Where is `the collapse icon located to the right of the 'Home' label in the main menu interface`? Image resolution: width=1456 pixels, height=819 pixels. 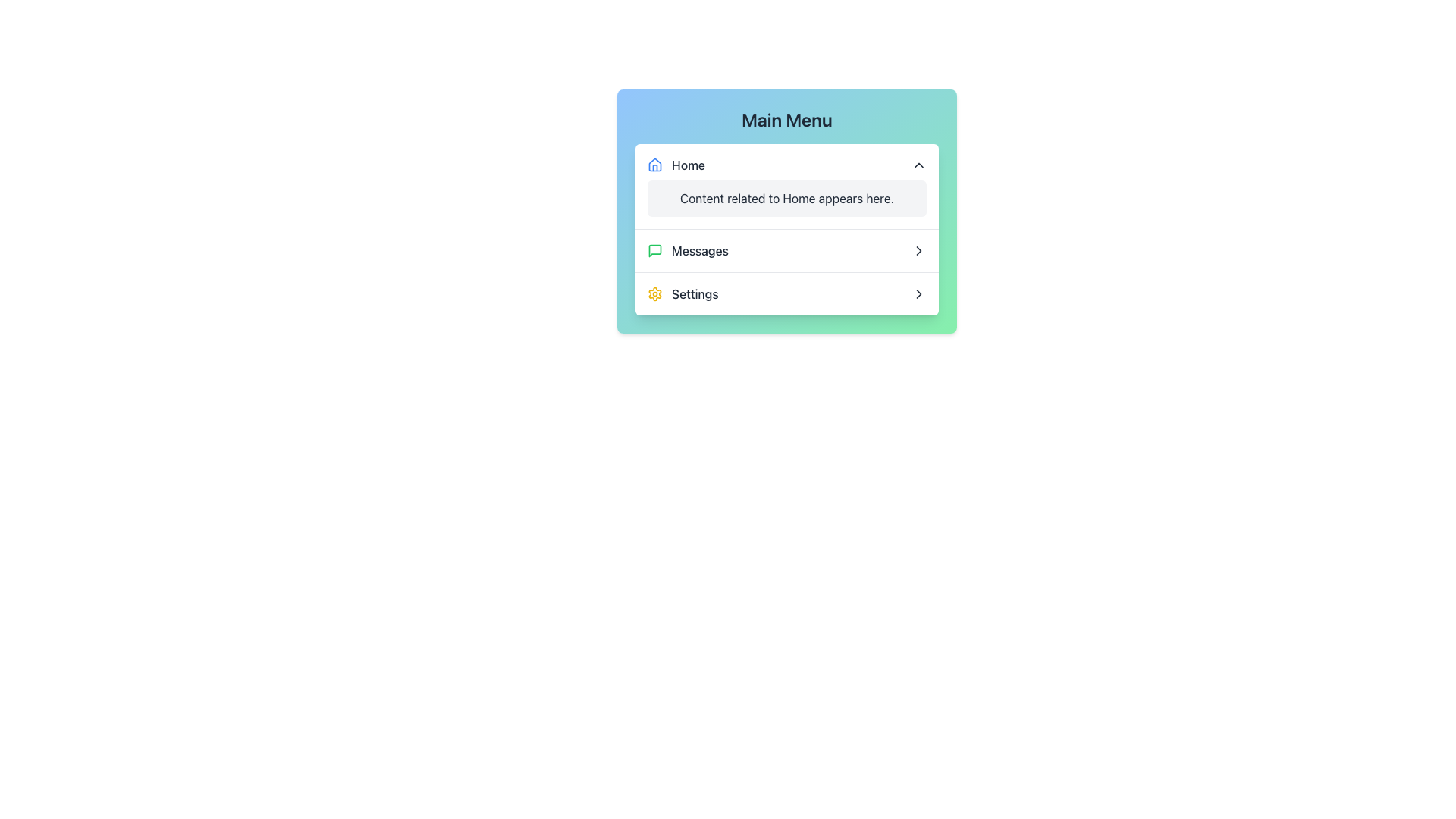 the collapse icon located to the right of the 'Home' label in the main menu interface is located at coordinates (918, 165).